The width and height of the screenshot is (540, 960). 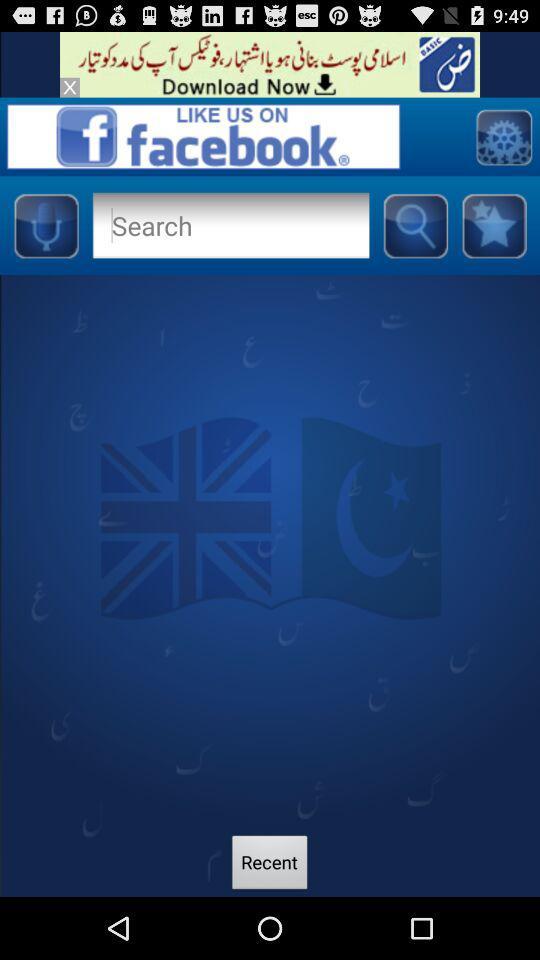 What do you see at coordinates (68, 87) in the screenshot?
I see `advertisements` at bounding box center [68, 87].